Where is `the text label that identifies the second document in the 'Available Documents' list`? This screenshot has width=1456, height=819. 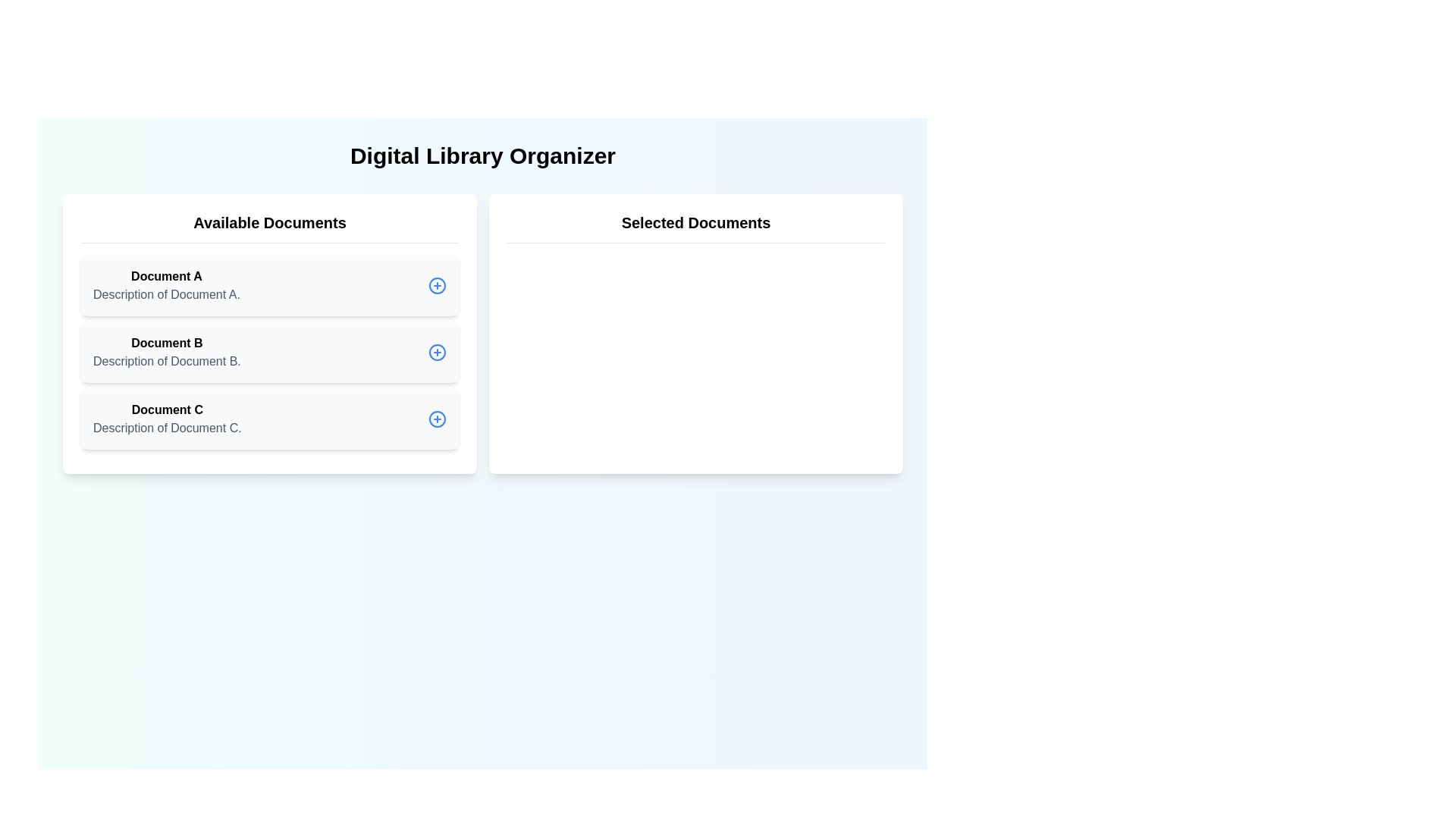
the text label that identifies the second document in the 'Available Documents' list is located at coordinates (167, 343).